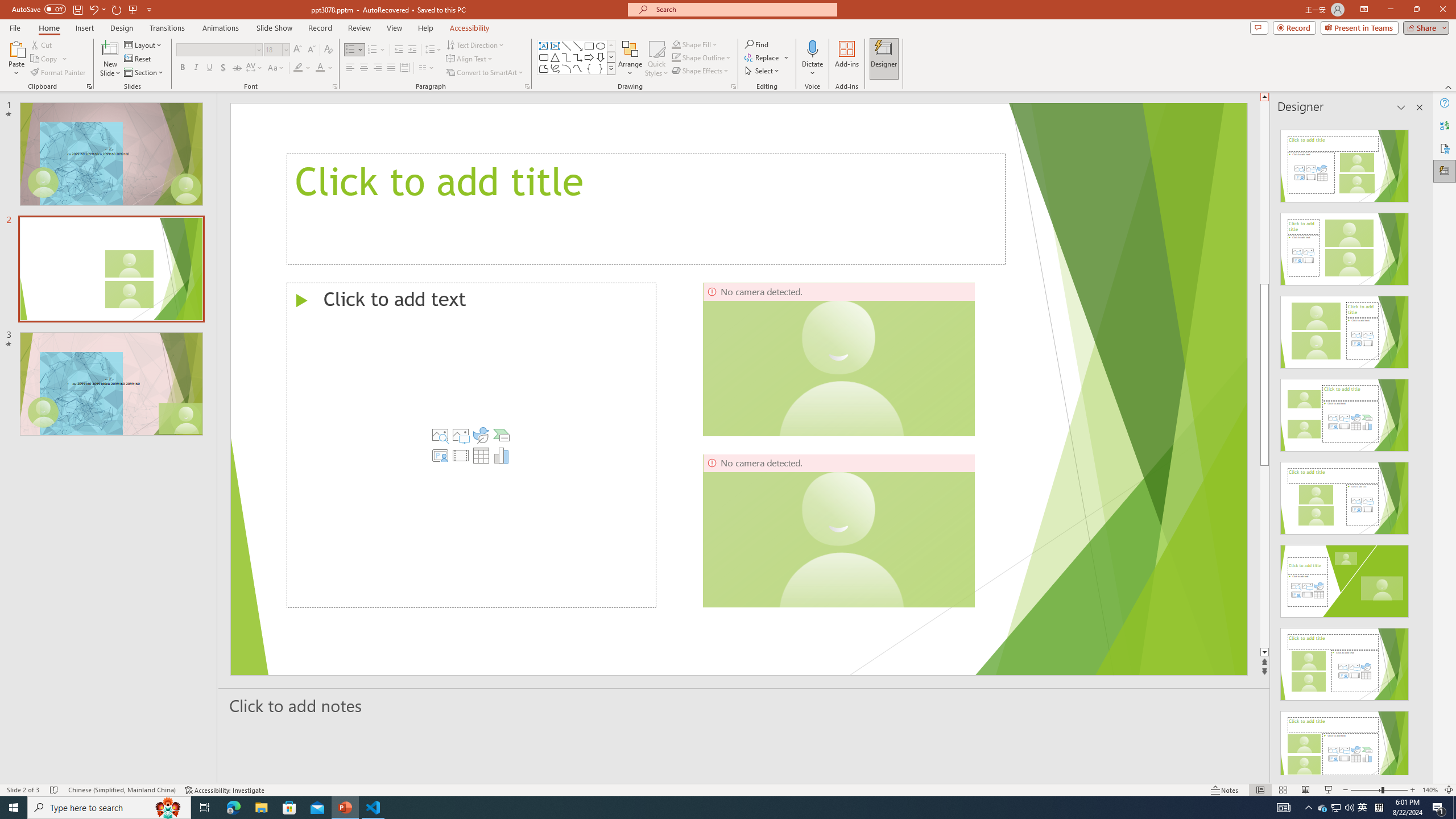 Image resolution: width=1456 pixels, height=819 pixels. Describe the element at coordinates (470, 59) in the screenshot. I see `'Align Text'` at that location.